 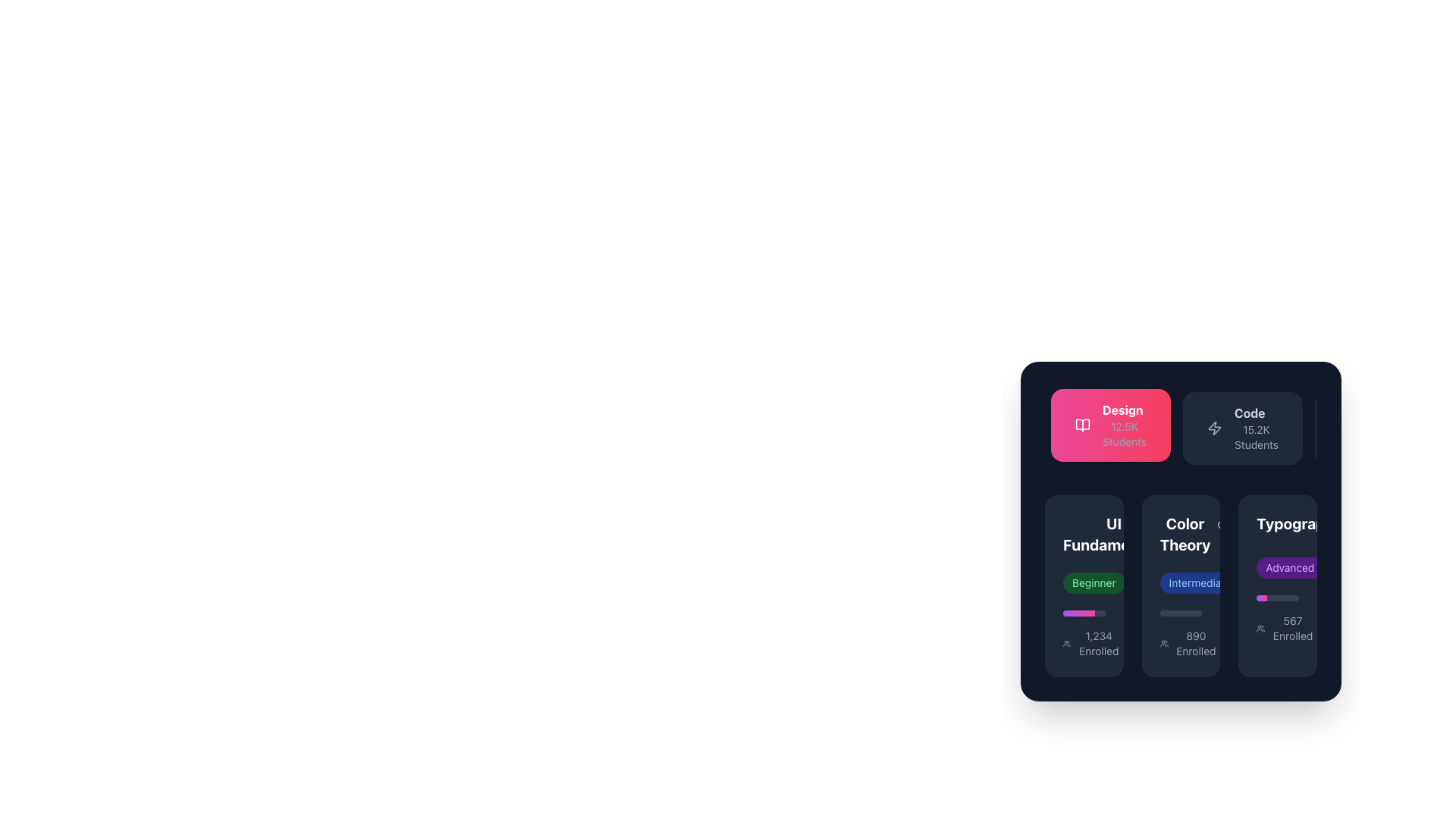 What do you see at coordinates (1125, 435) in the screenshot?
I see `the Text label indicating the number of students associated with the 'Design' category, located below the 'Design' label in the upper-left corner of the grid layout` at bounding box center [1125, 435].